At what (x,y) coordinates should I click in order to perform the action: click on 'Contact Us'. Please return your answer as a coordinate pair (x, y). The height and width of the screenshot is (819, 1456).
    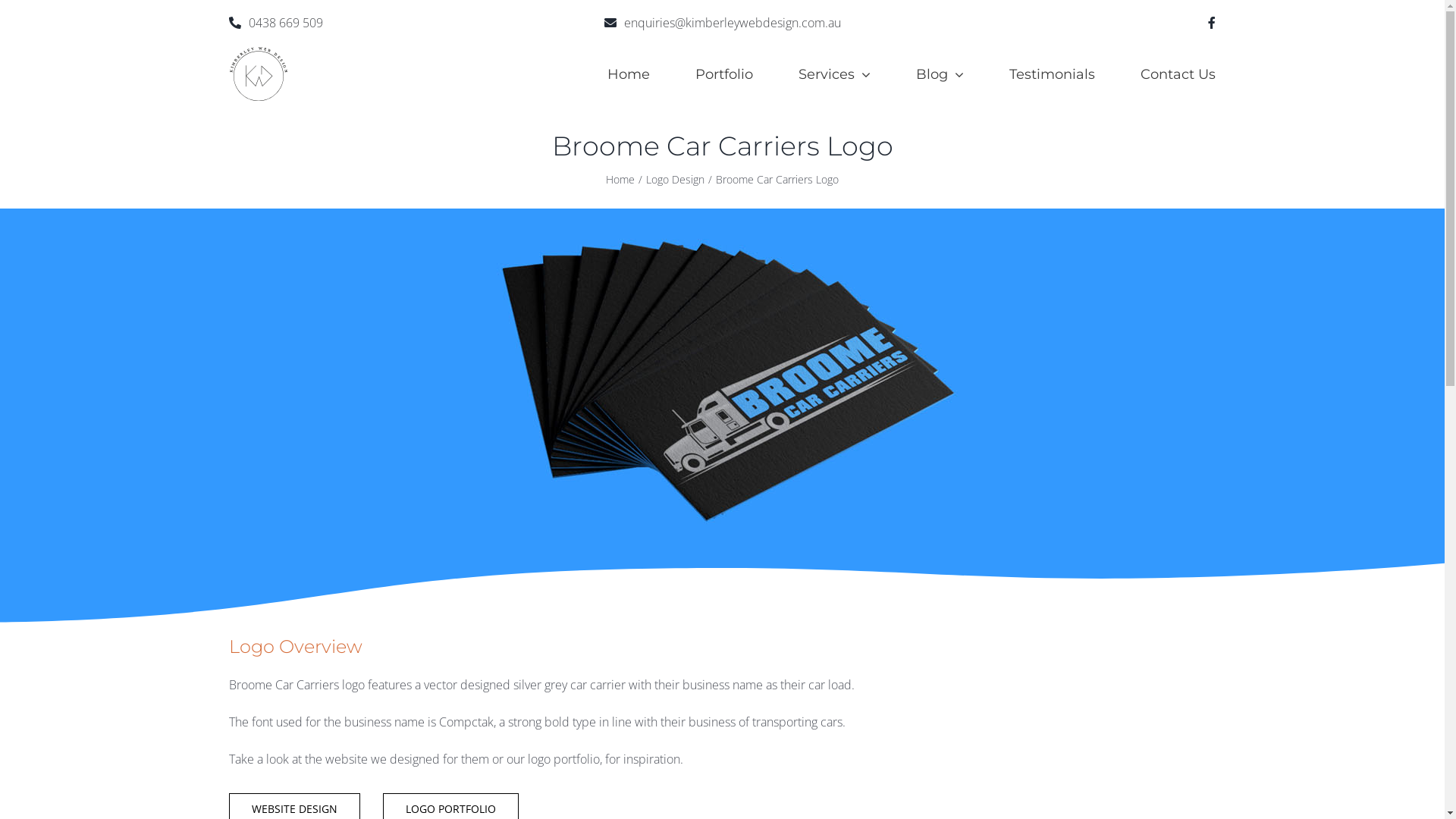
    Looking at the image, I should click on (1140, 74).